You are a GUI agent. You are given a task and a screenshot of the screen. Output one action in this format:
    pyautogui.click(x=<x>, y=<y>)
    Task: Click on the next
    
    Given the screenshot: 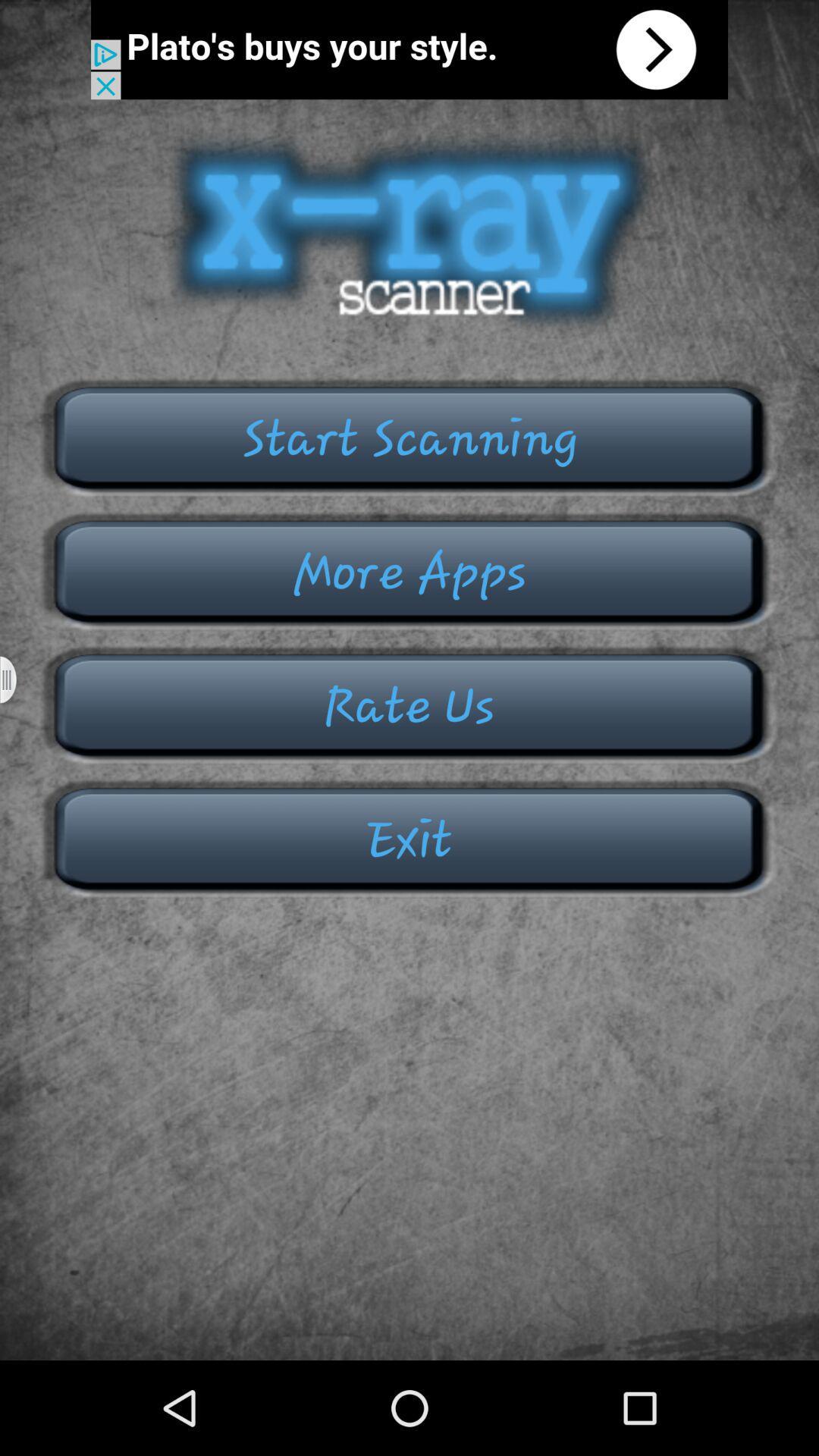 What is the action you would take?
    pyautogui.click(x=409, y=49)
    